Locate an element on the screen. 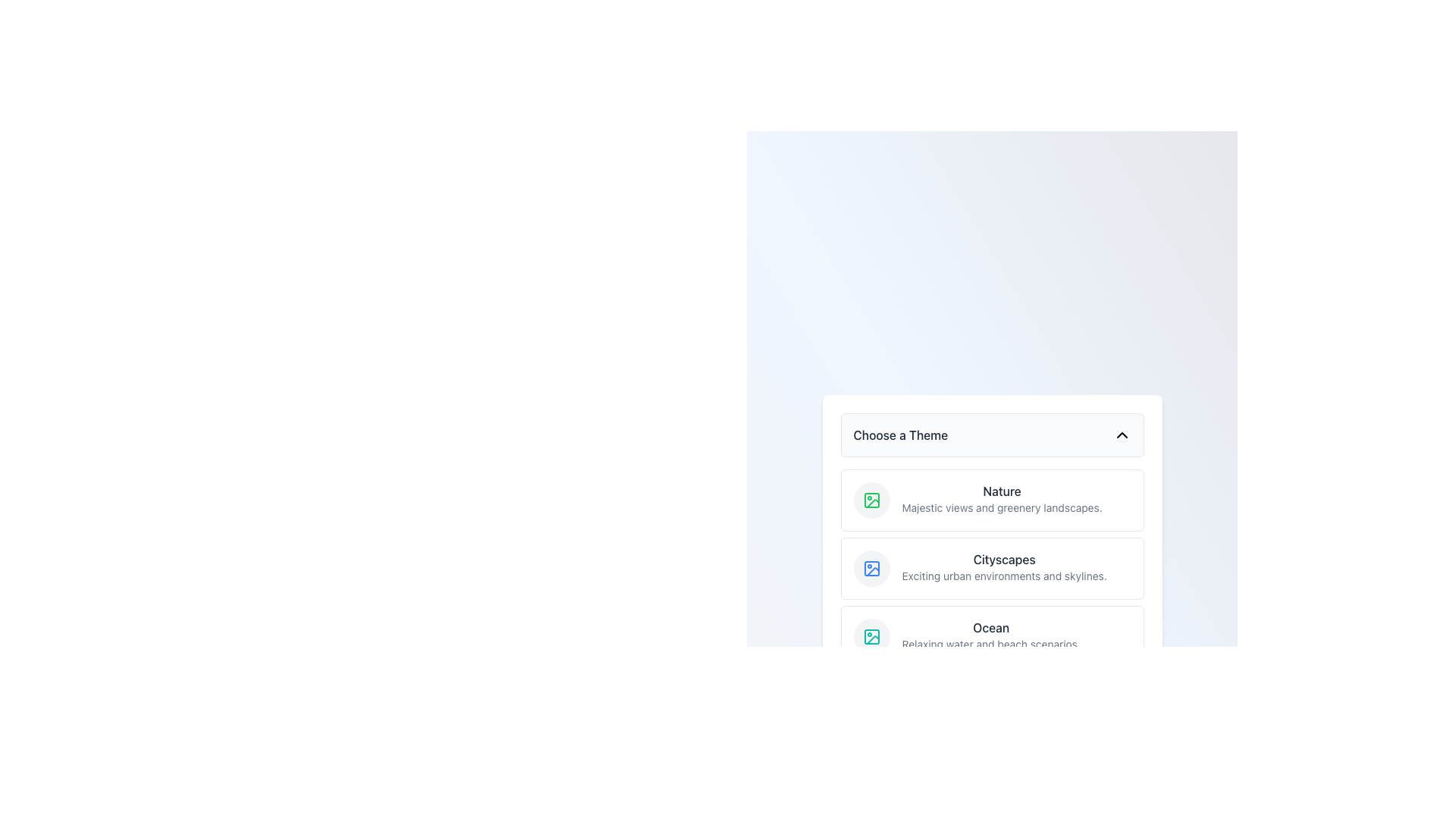 Image resolution: width=1456 pixels, height=819 pixels. the largest rectangular shape within the 'Cityscapes' themed list item icon is located at coordinates (871, 568).